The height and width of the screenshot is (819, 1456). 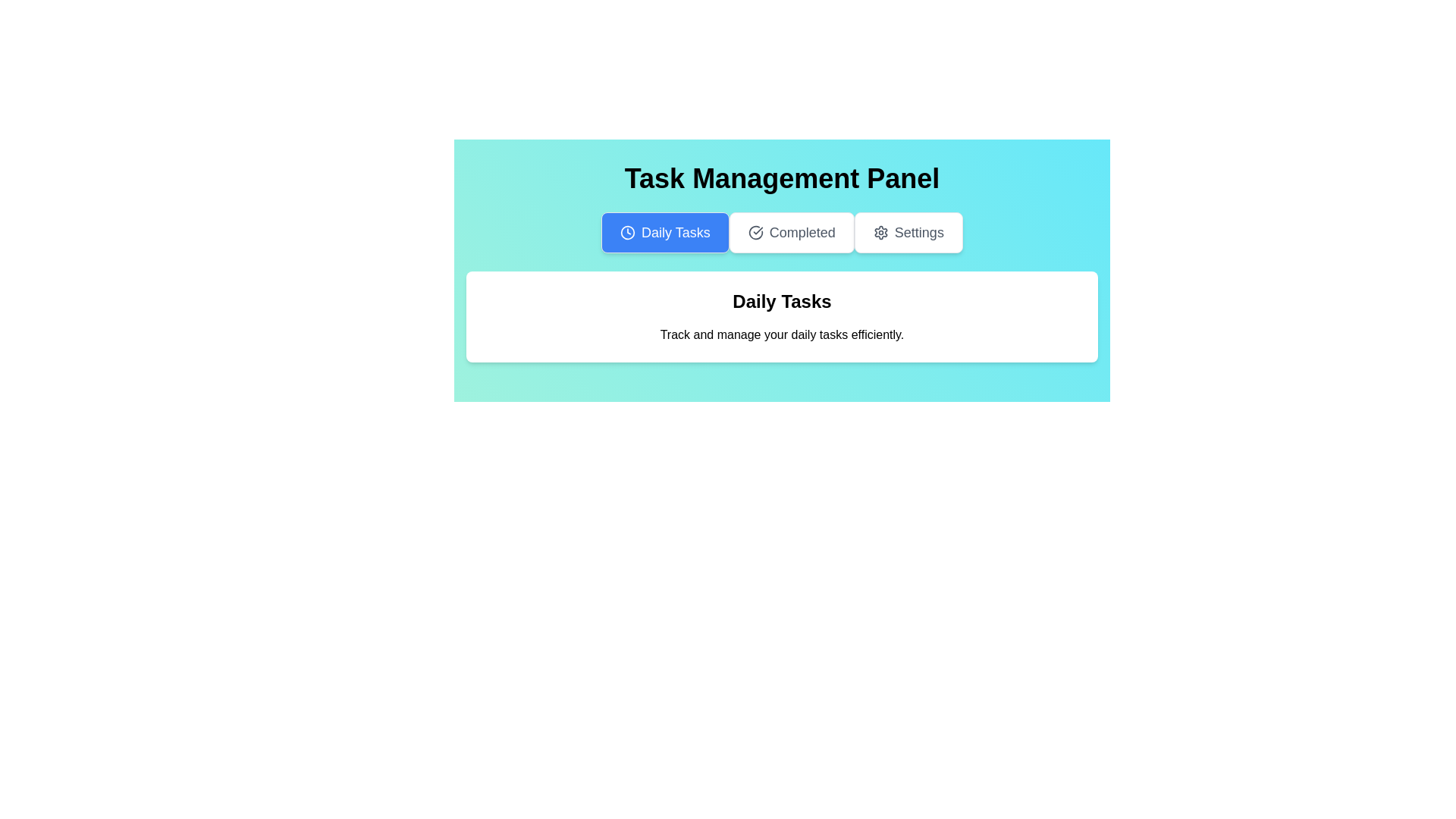 I want to click on the circular outline of the clock icon, which forms the body of the clock and is part of the 'Daily Tasks' button, indicating time management functionality, so click(x=628, y=233).